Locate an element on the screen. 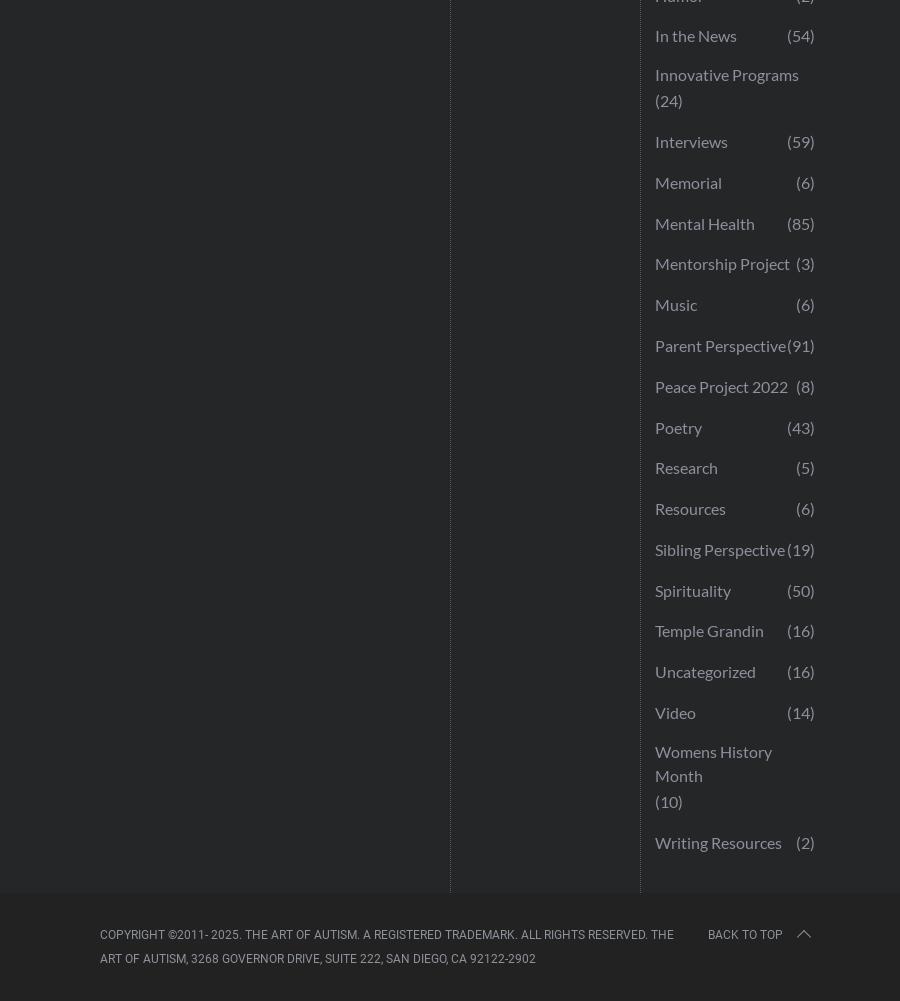 This screenshot has width=900, height=1001. 'Music' is located at coordinates (675, 304).